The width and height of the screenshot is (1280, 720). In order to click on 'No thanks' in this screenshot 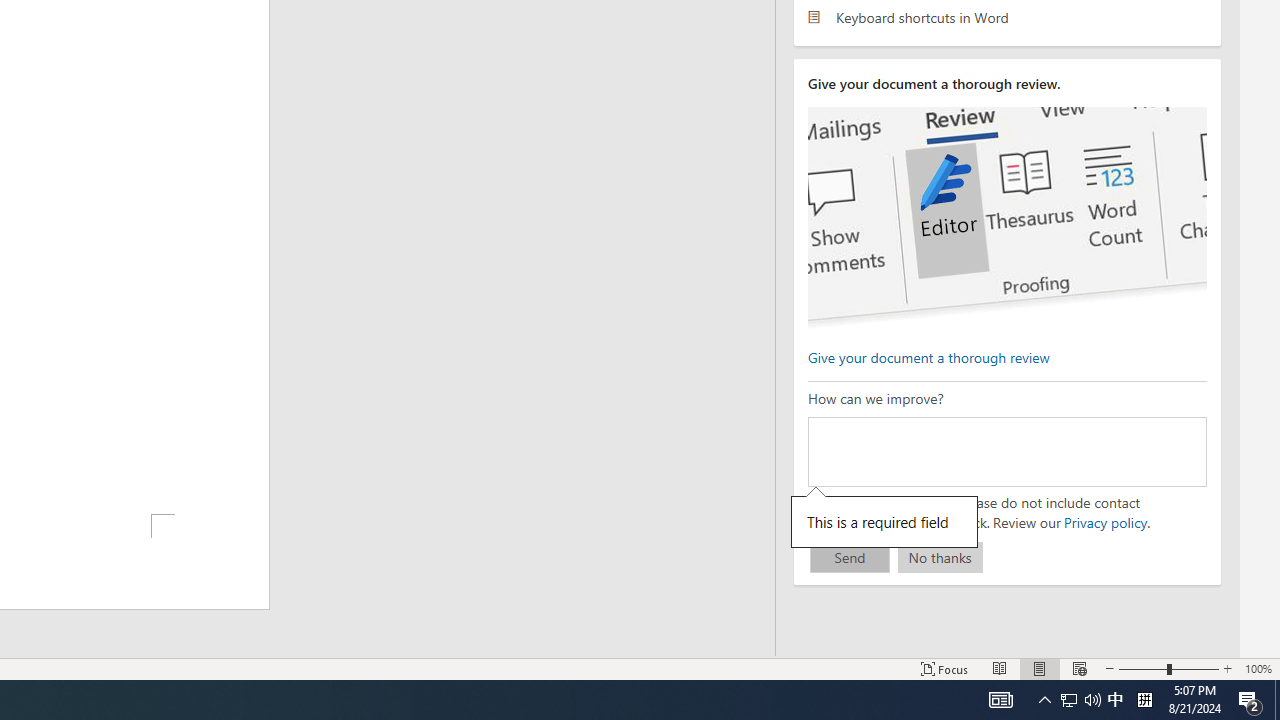, I will do `click(939, 557)`.